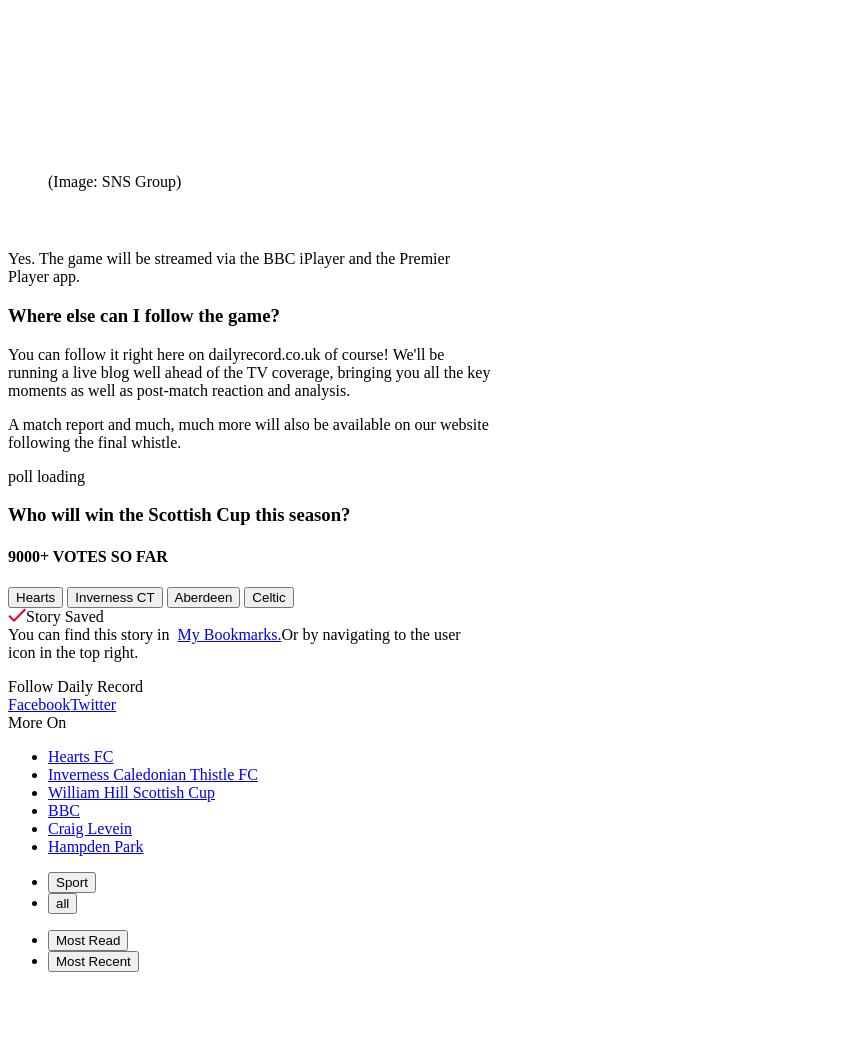 Image resolution: width=858 pixels, height=1046 pixels. What do you see at coordinates (151, 772) in the screenshot?
I see `'Inverness Caledonian Thistle FC'` at bounding box center [151, 772].